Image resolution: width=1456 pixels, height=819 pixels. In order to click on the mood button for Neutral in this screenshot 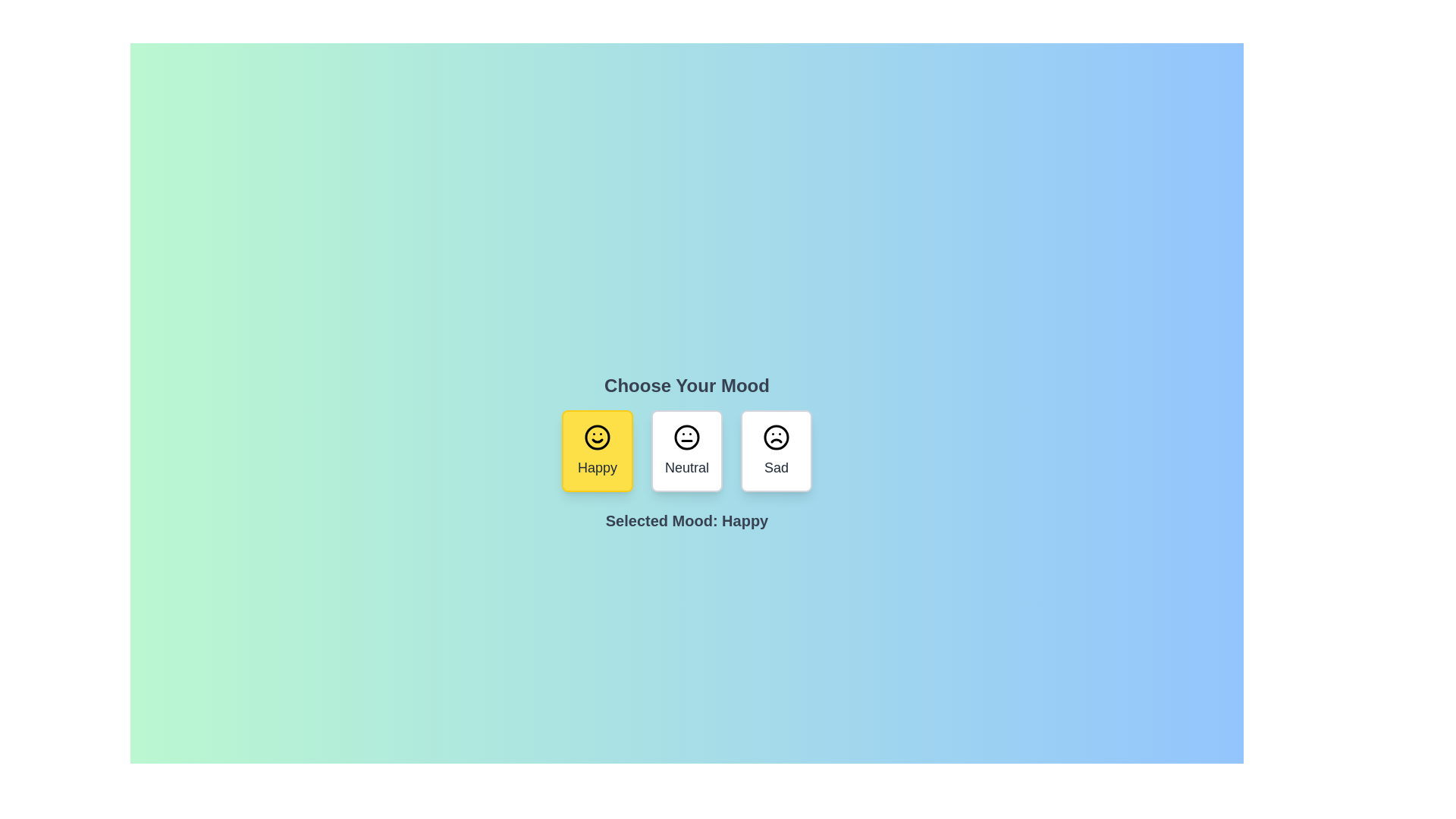, I will do `click(686, 450)`.